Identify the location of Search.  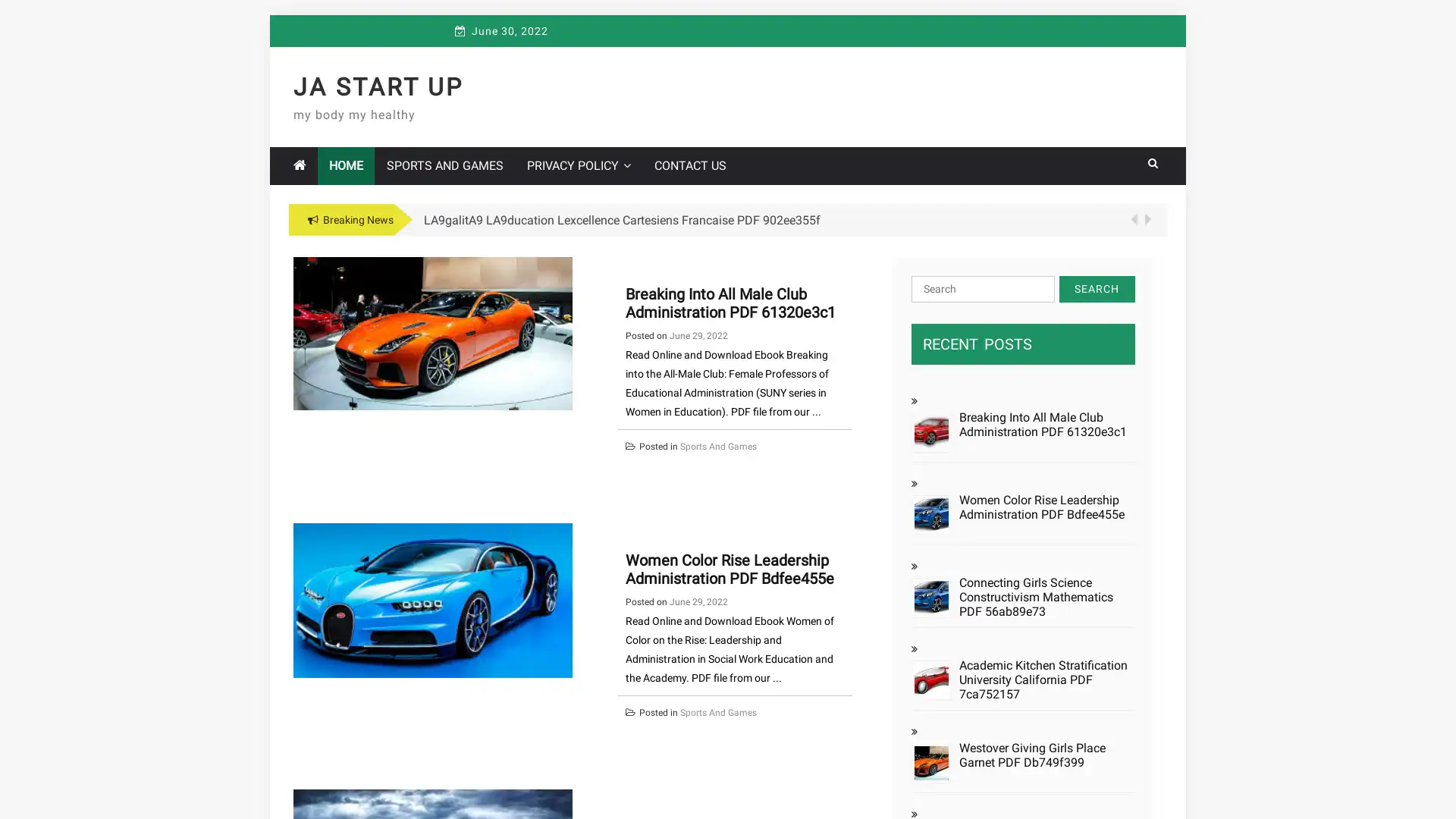
(1096, 288).